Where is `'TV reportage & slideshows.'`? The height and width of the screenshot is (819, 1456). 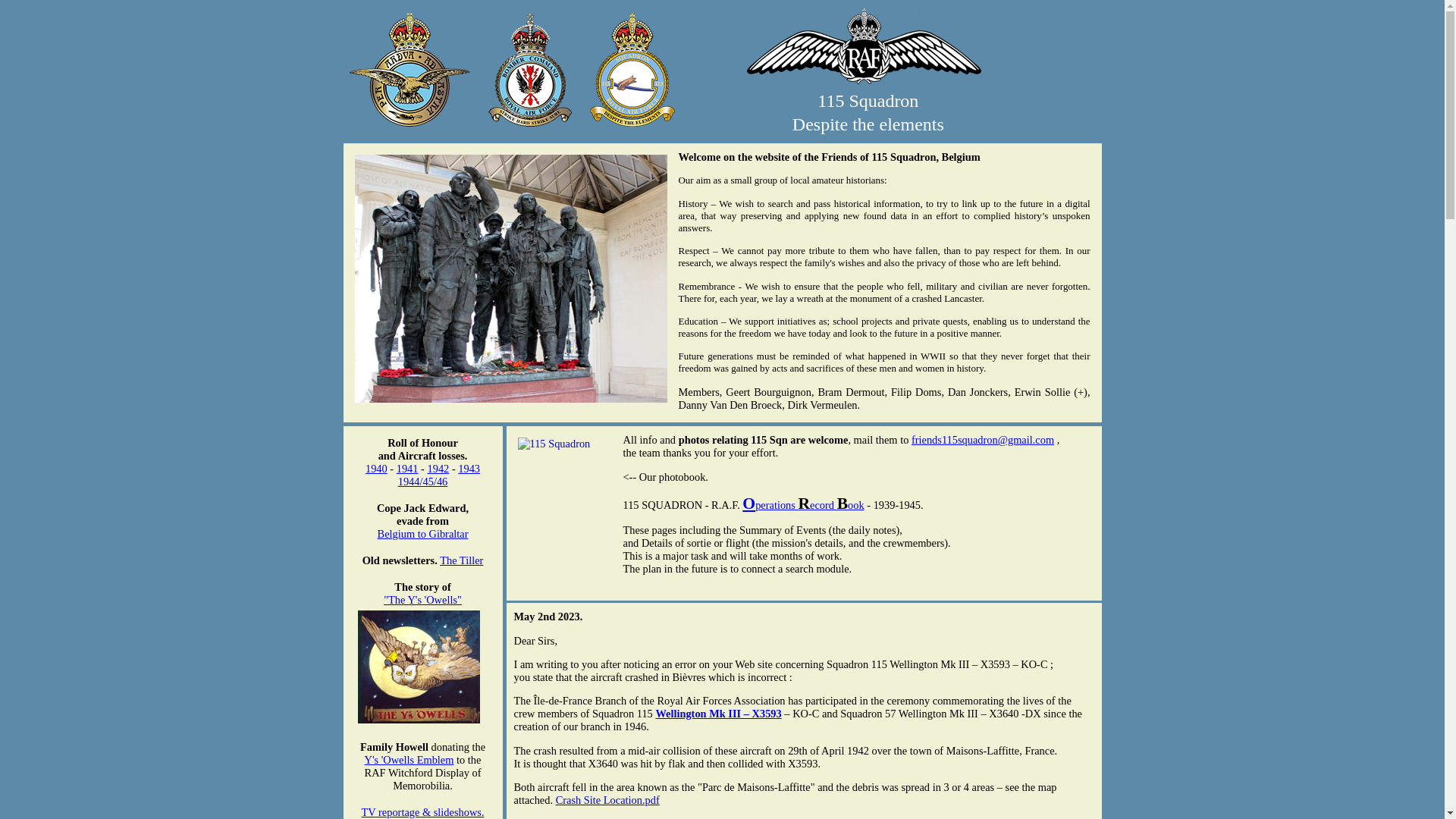
'TV reportage & slideshows.' is located at coordinates (422, 811).